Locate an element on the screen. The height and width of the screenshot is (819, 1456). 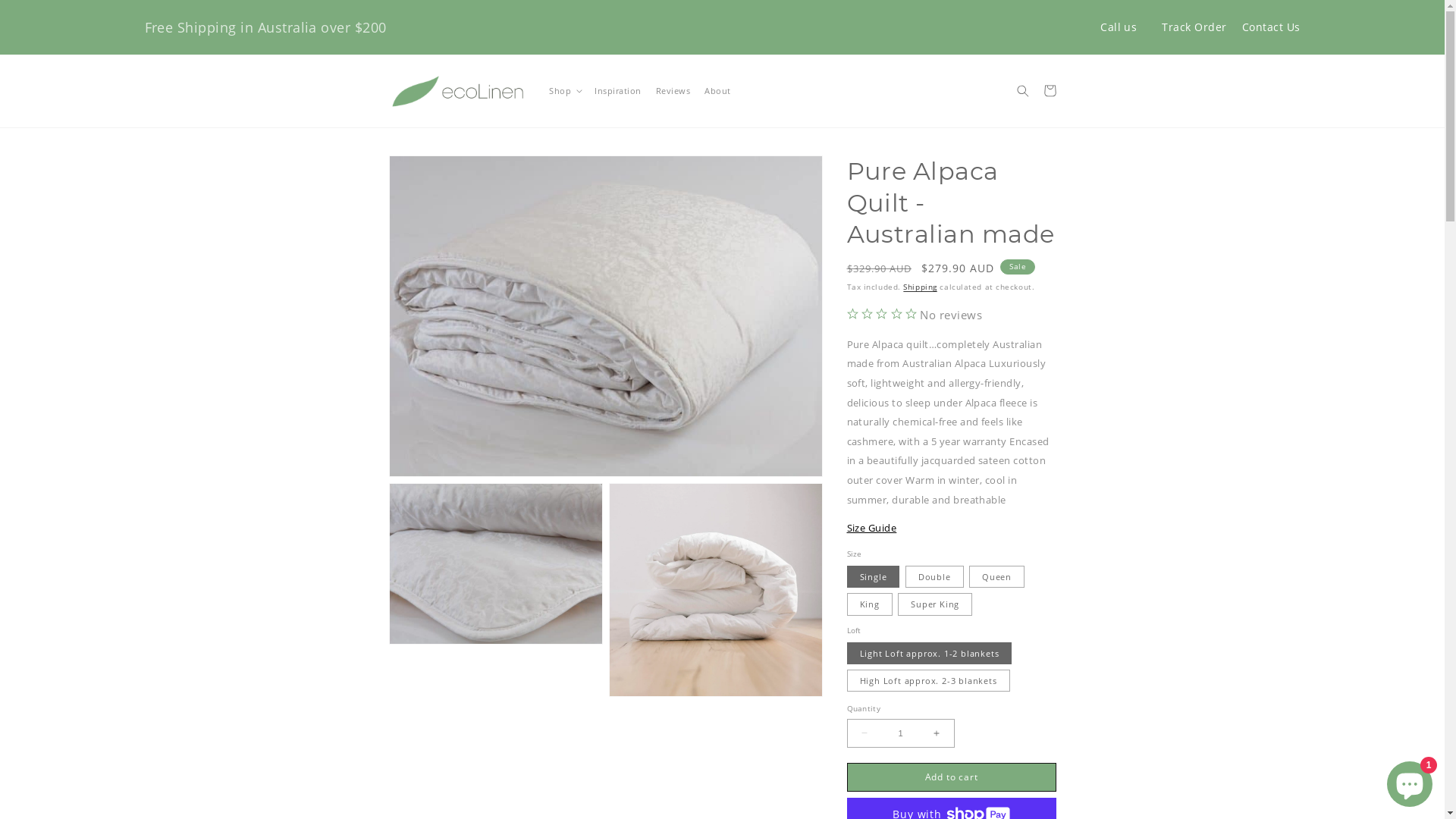
'Decrease quantity for Pure Alpaca Quilt - Australian made' is located at coordinates (864, 733).